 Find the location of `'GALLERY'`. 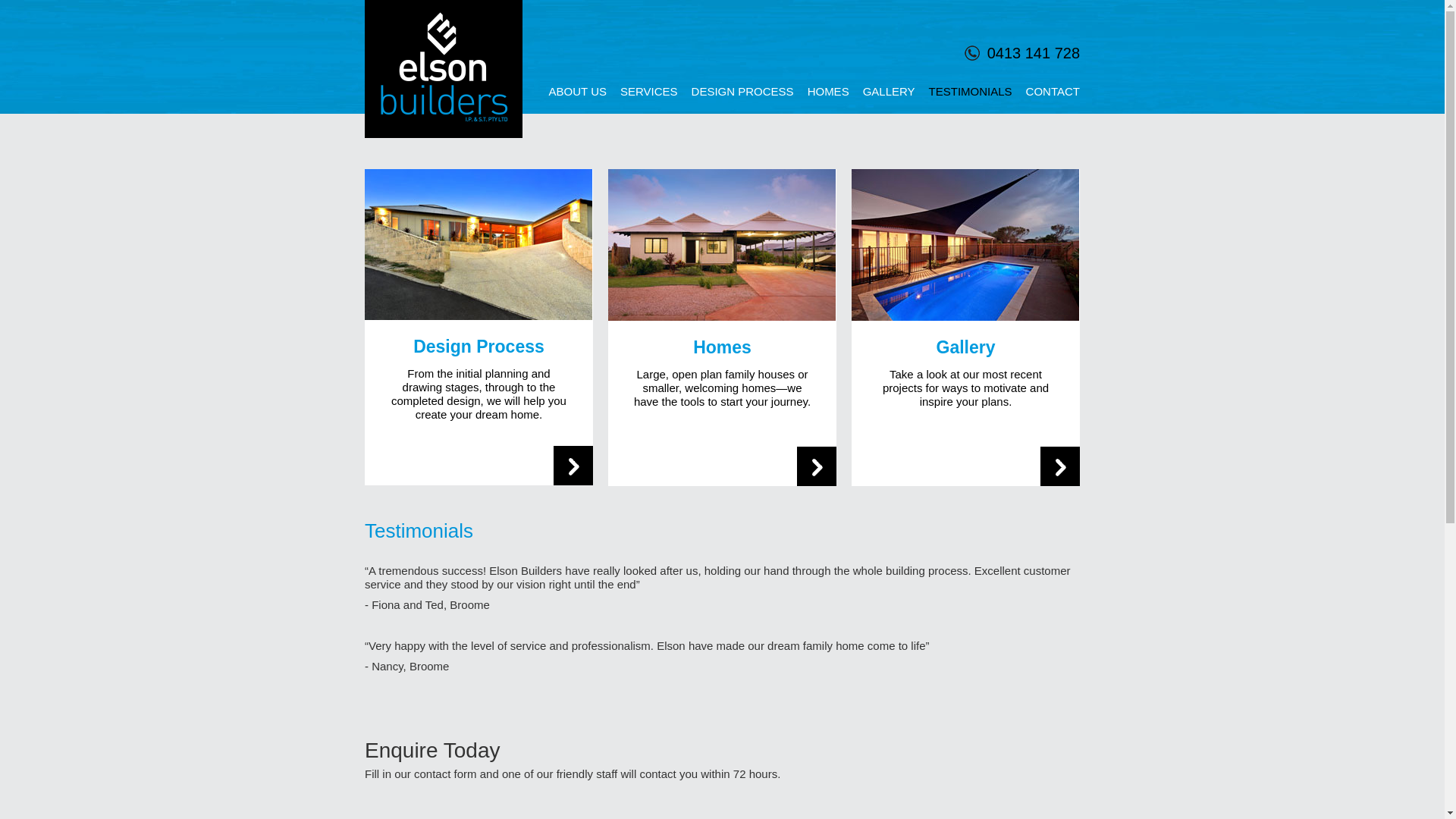

'GALLERY' is located at coordinates (889, 91).